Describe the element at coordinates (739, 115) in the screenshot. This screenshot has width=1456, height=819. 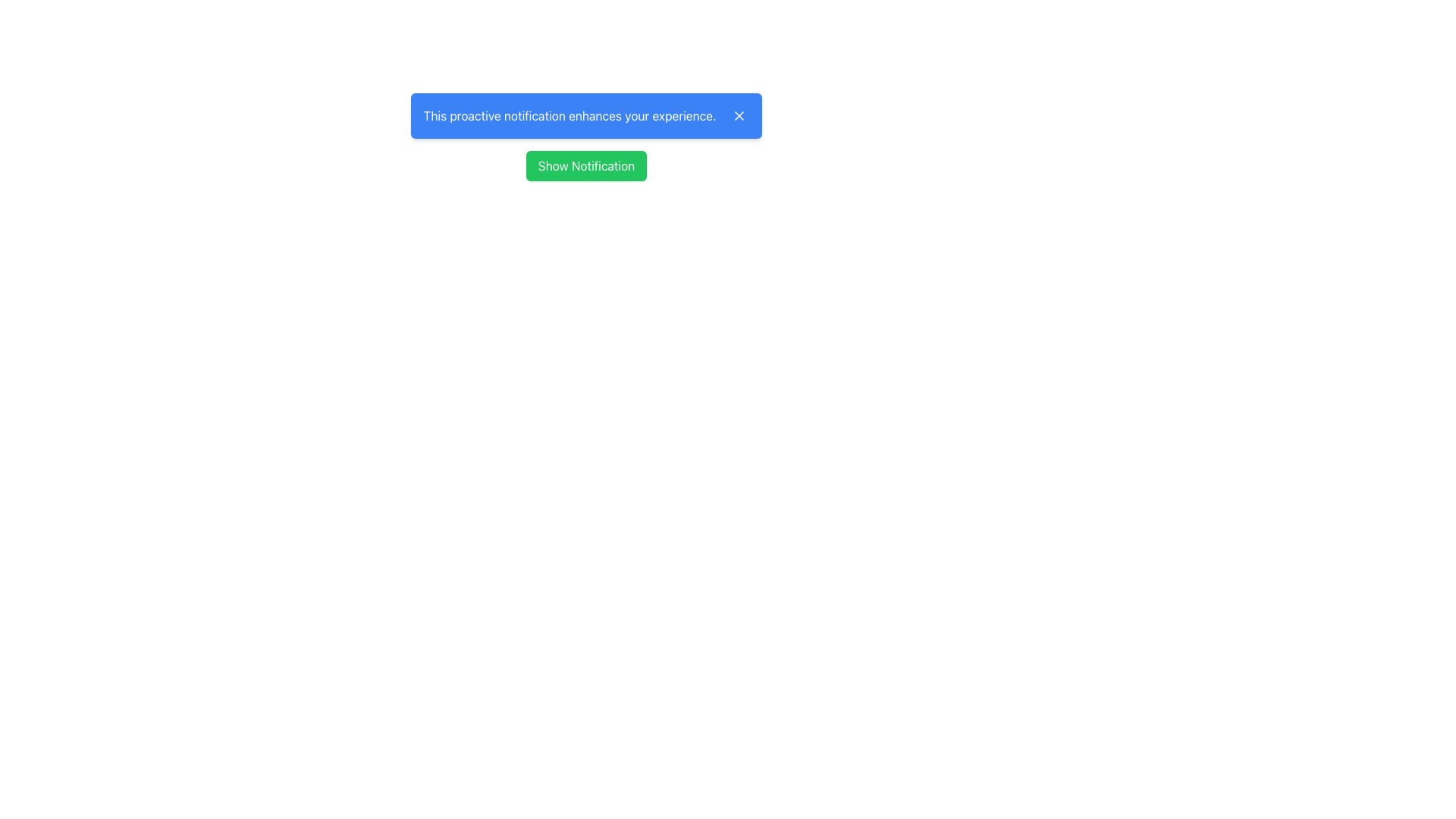
I see `the small square-shaped button with an 'X' icon located at the top-right corner of the blue notification banner` at that location.